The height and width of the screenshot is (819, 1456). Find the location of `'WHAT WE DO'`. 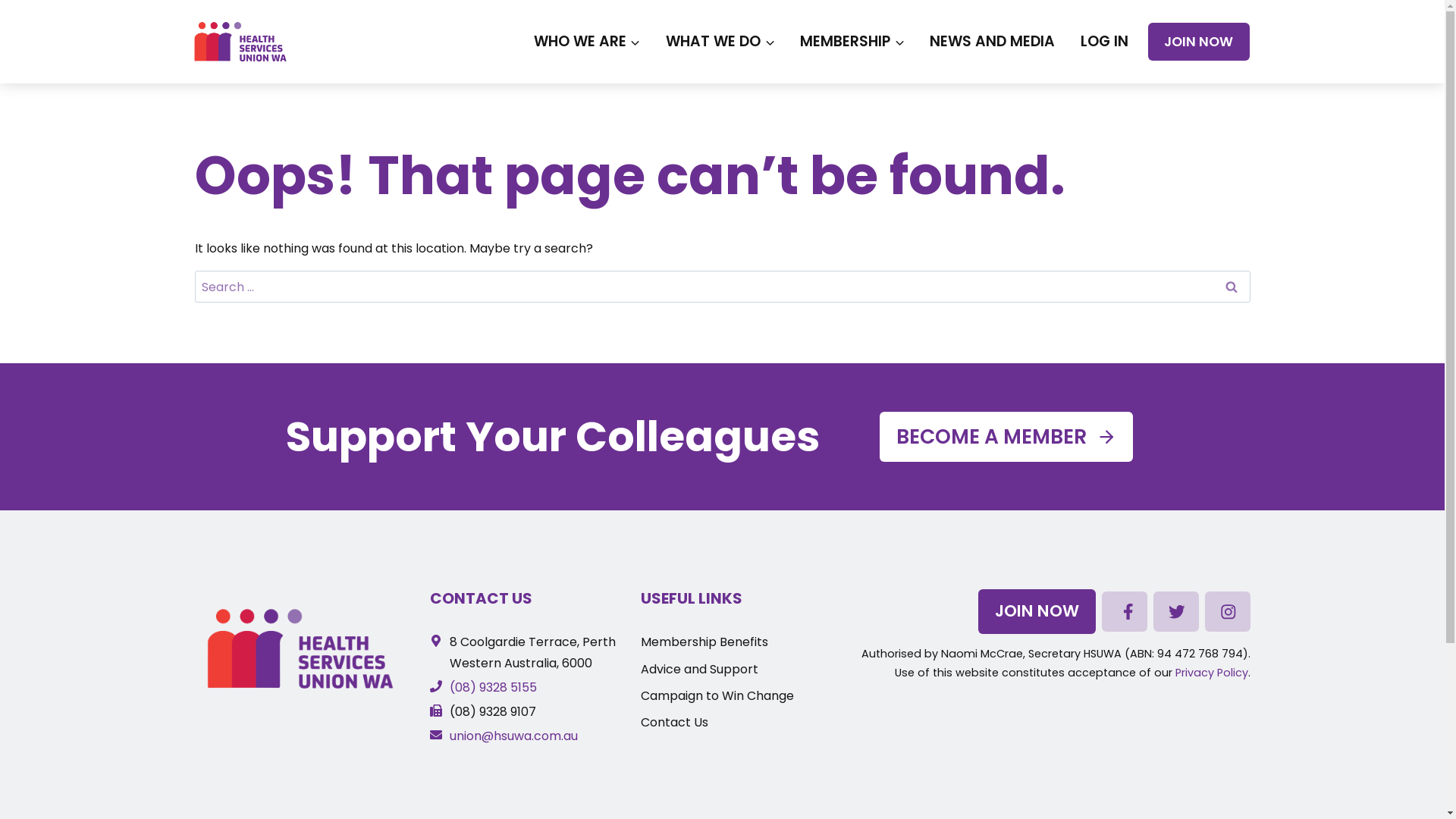

'WHAT WE DO' is located at coordinates (719, 40).